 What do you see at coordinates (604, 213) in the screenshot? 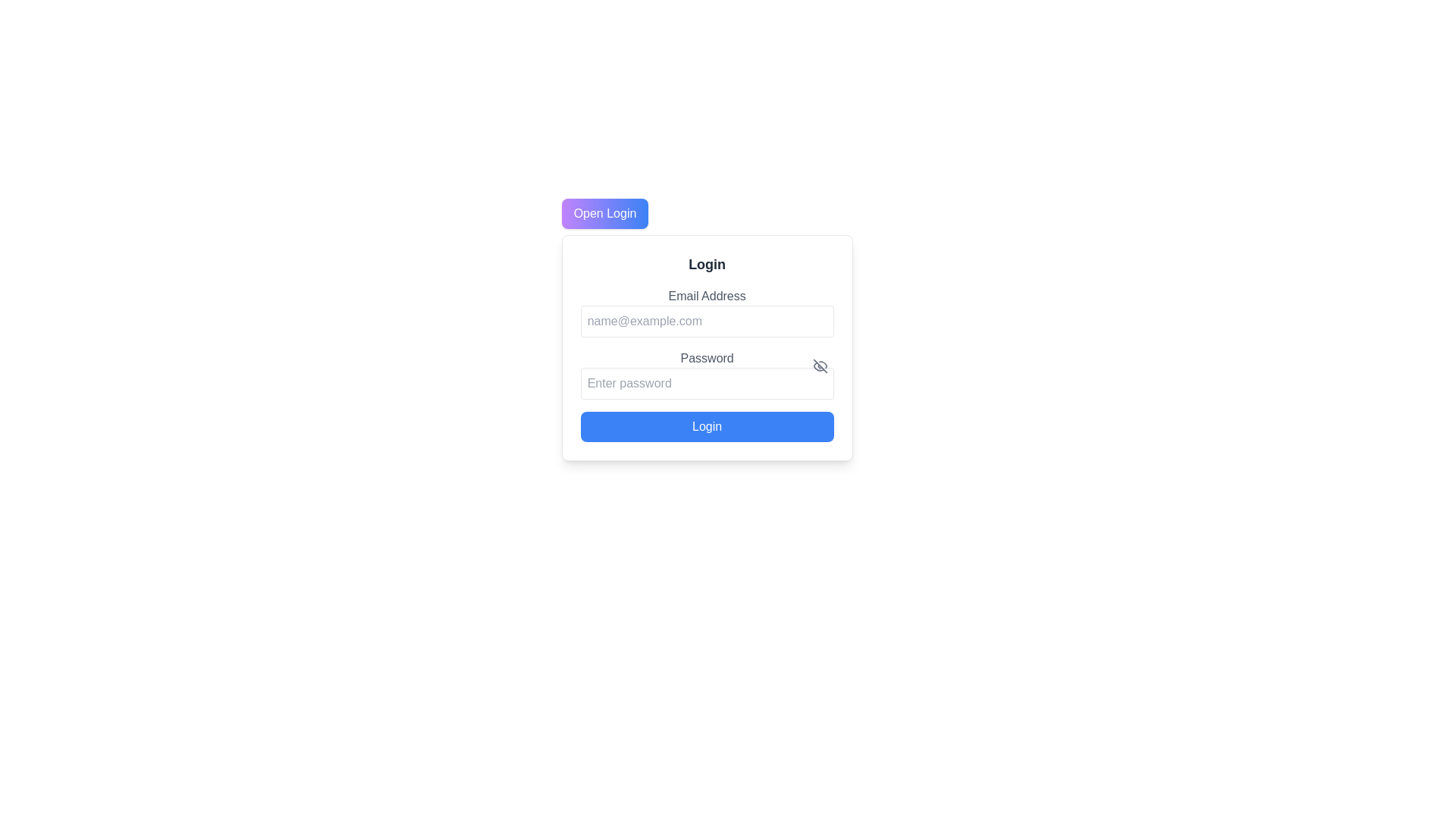
I see `the 'Open Login' button, which has a gradient background from purple to blue and white text` at bounding box center [604, 213].